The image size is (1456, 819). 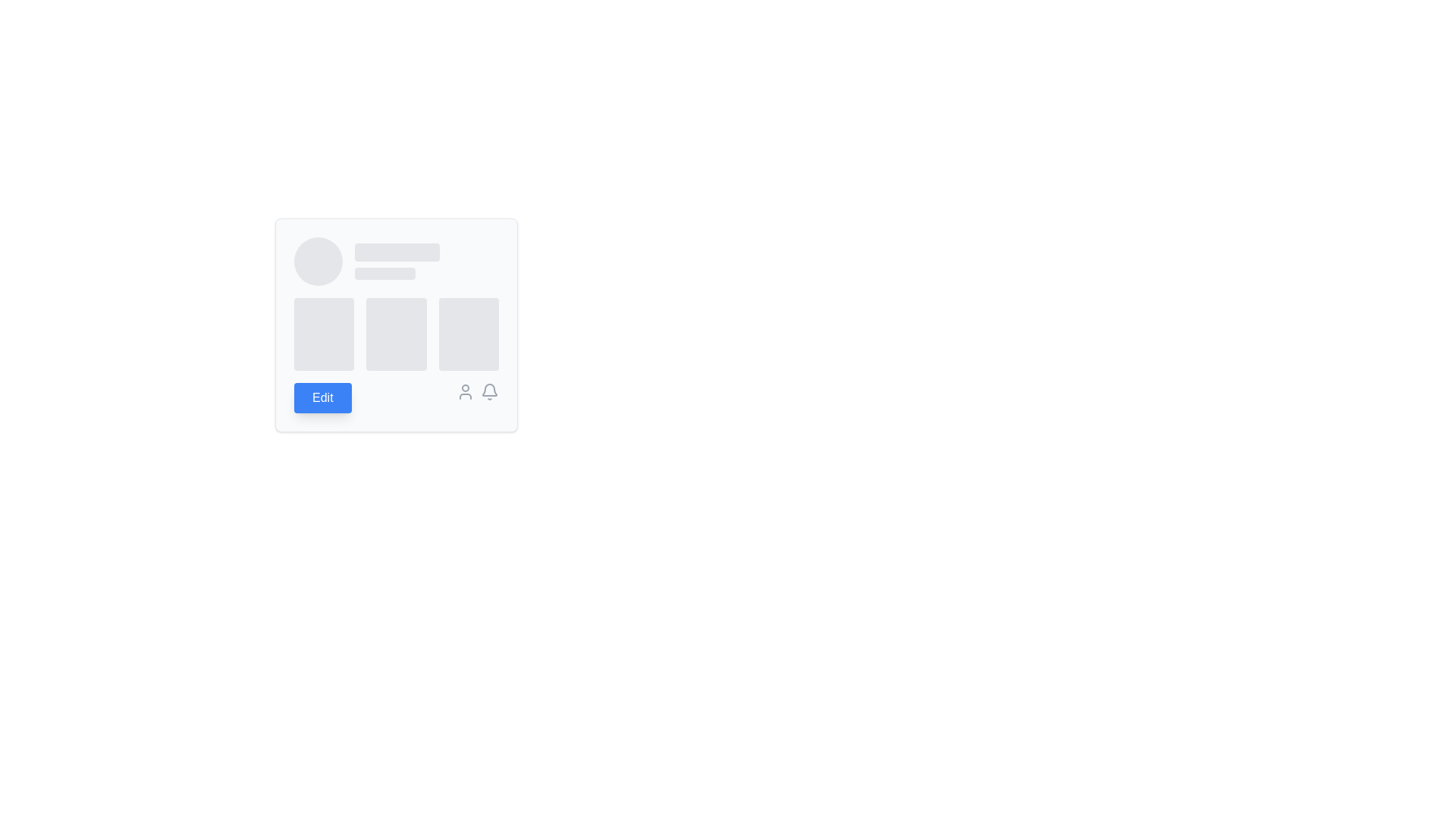 I want to click on the bell icon button located at the bottom-right corner of the card interface, so click(x=490, y=391).